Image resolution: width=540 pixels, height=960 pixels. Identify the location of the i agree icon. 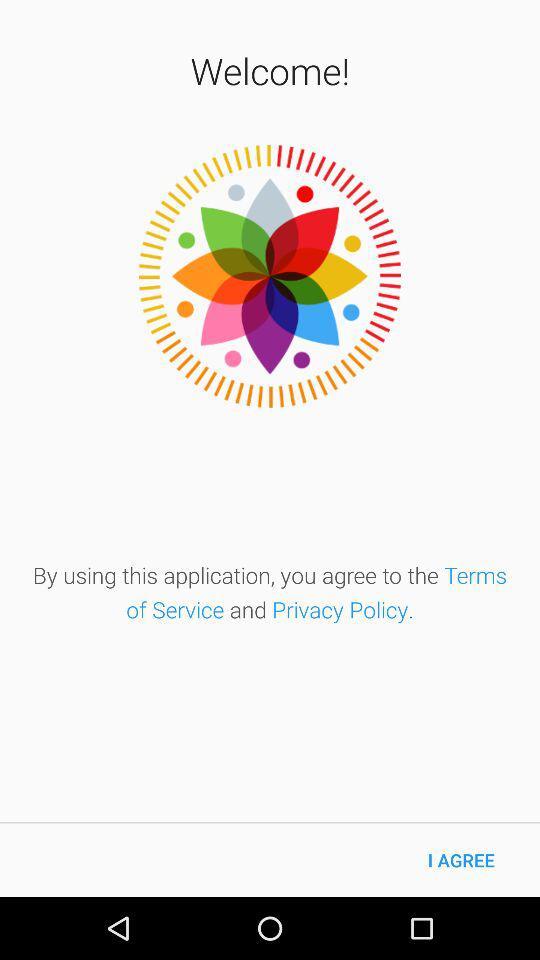
(461, 859).